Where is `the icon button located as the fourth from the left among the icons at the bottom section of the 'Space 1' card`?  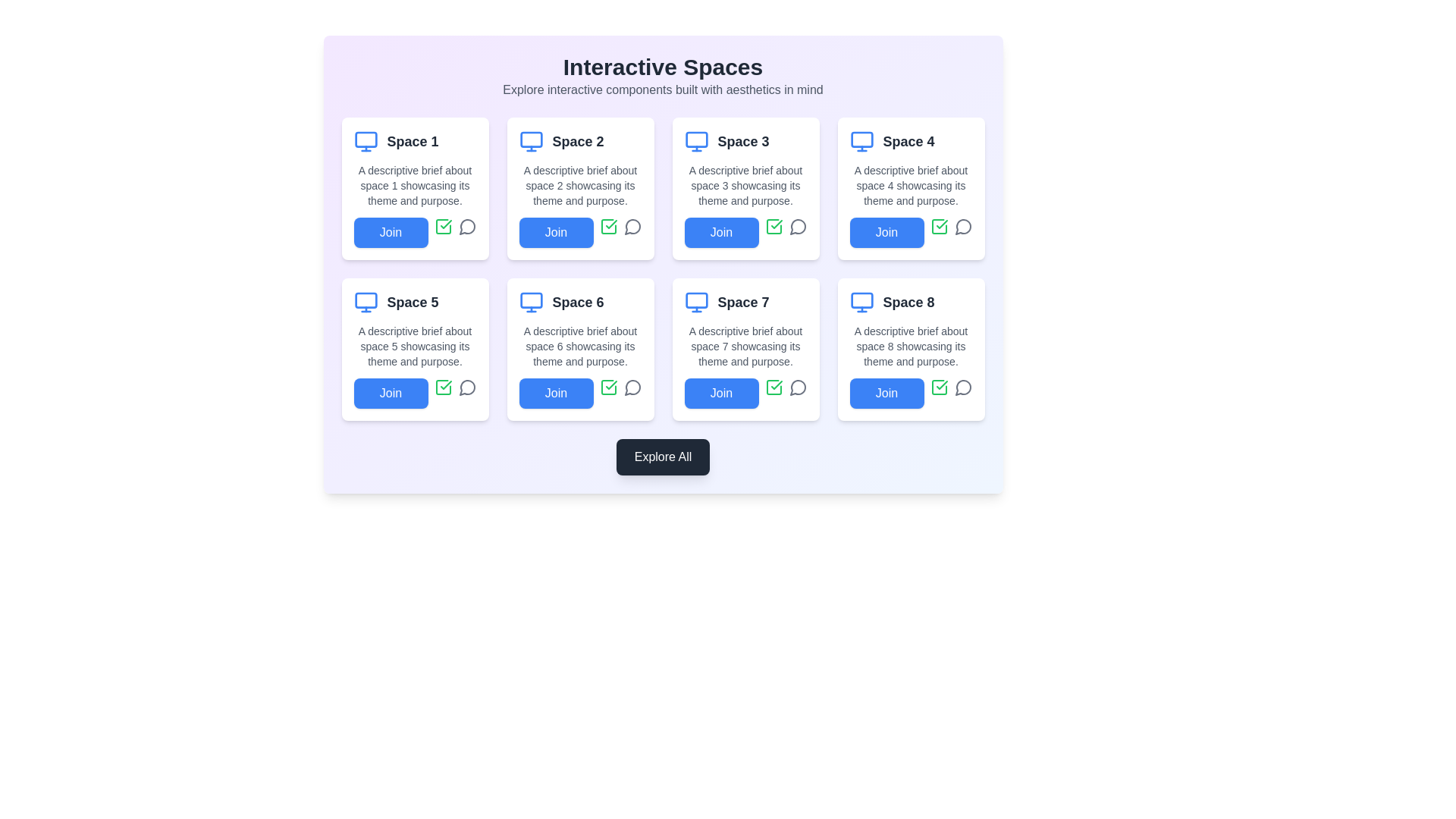
the icon button located as the fourth from the left among the icons at the bottom section of the 'Space 1' card is located at coordinates (466, 227).